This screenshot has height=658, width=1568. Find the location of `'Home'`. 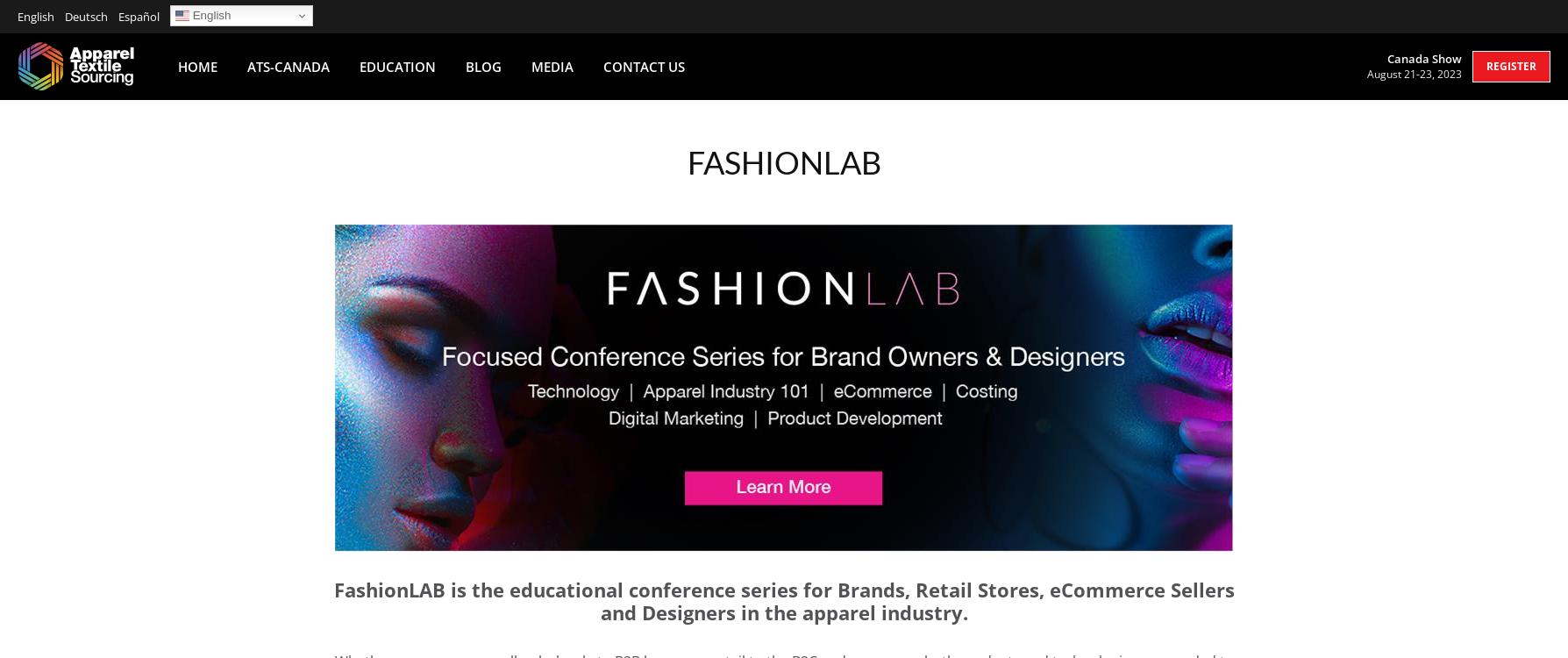

'Home' is located at coordinates (196, 65).